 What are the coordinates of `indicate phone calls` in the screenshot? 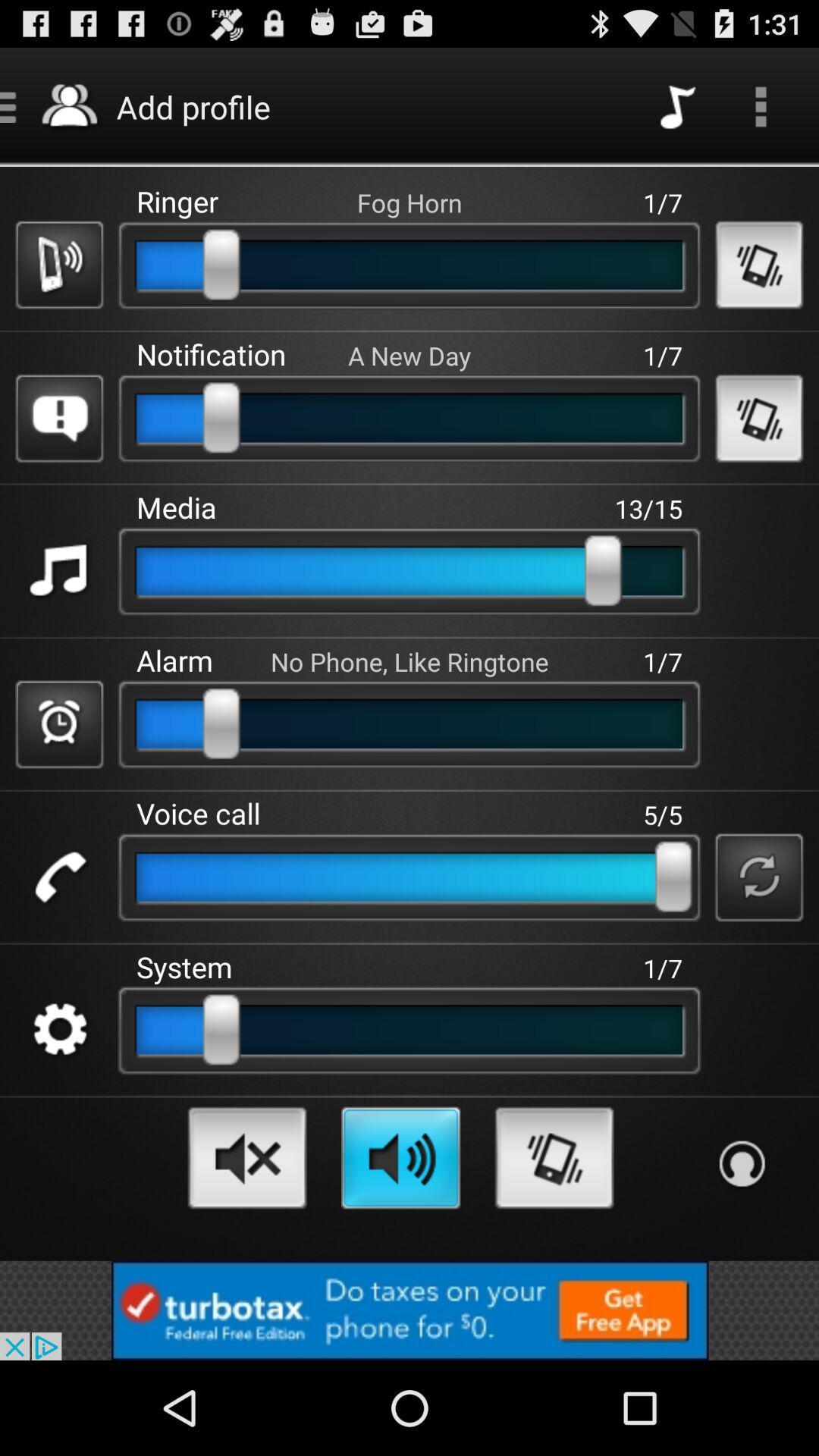 It's located at (58, 877).